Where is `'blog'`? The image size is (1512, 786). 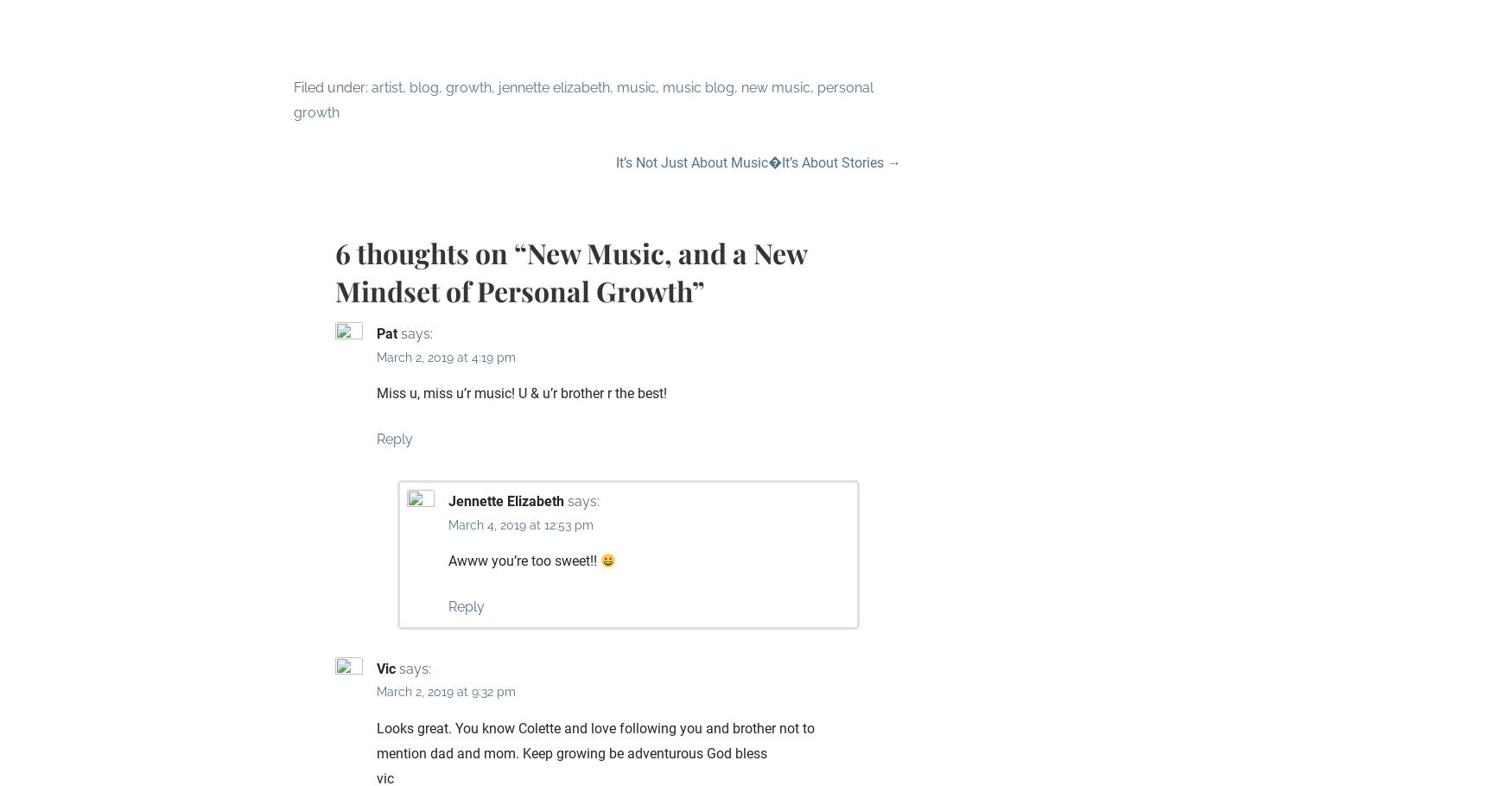 'blog' is located at coordinates (410, 87).